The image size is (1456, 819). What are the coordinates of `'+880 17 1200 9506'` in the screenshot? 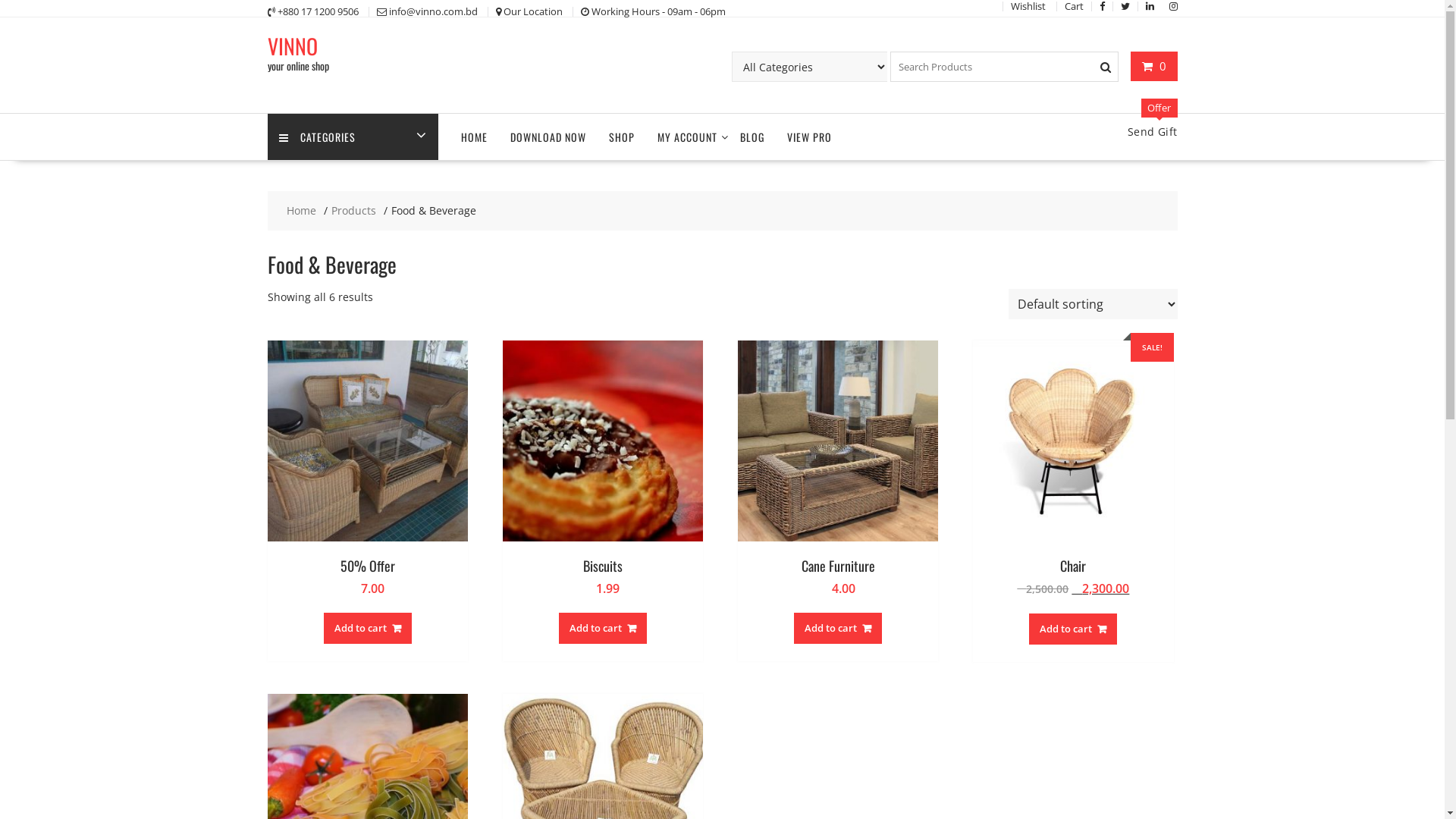 It's located at (317, 11).